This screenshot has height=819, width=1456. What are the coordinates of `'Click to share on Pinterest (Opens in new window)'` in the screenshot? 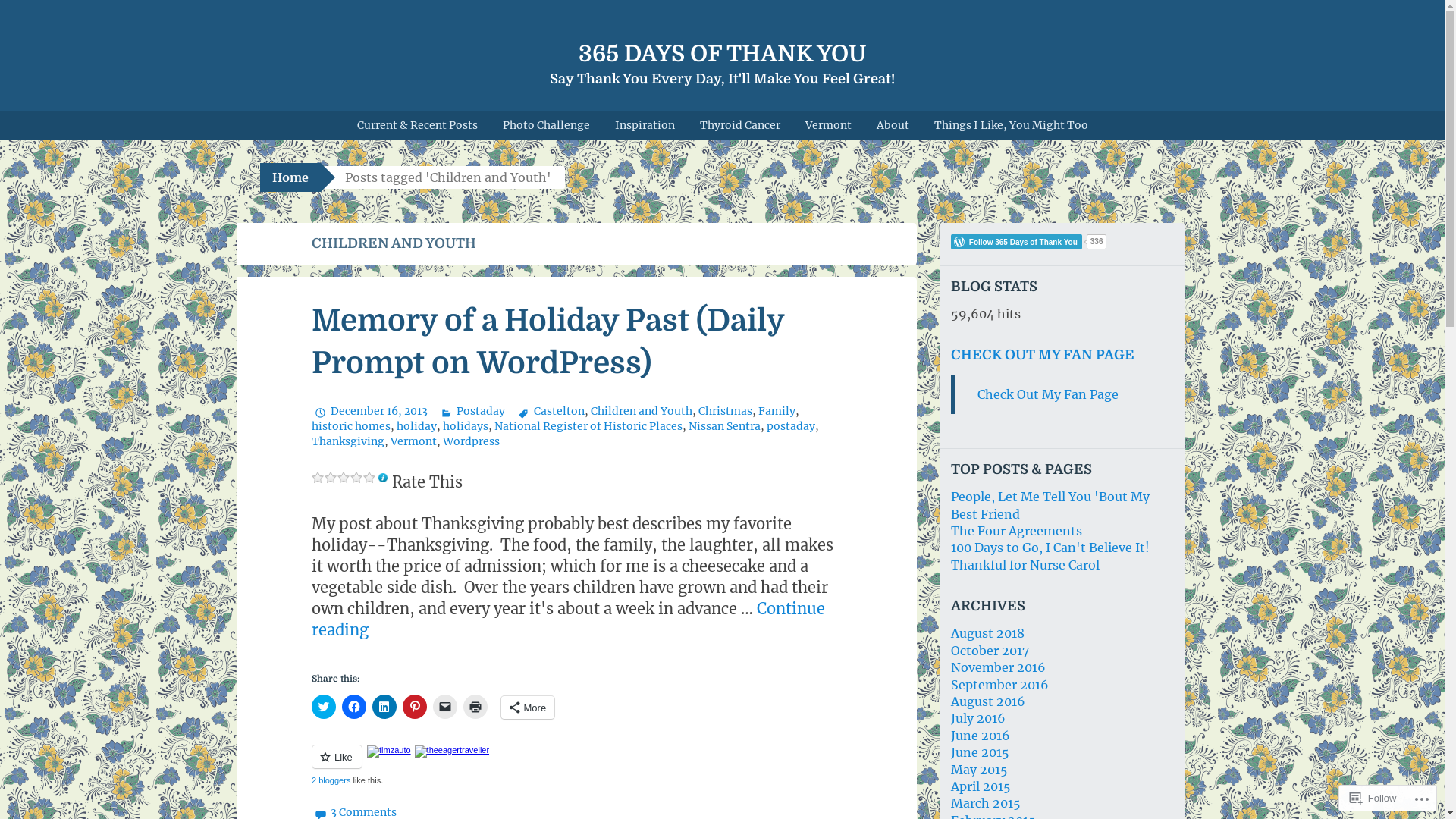 It's located at (414, 707).